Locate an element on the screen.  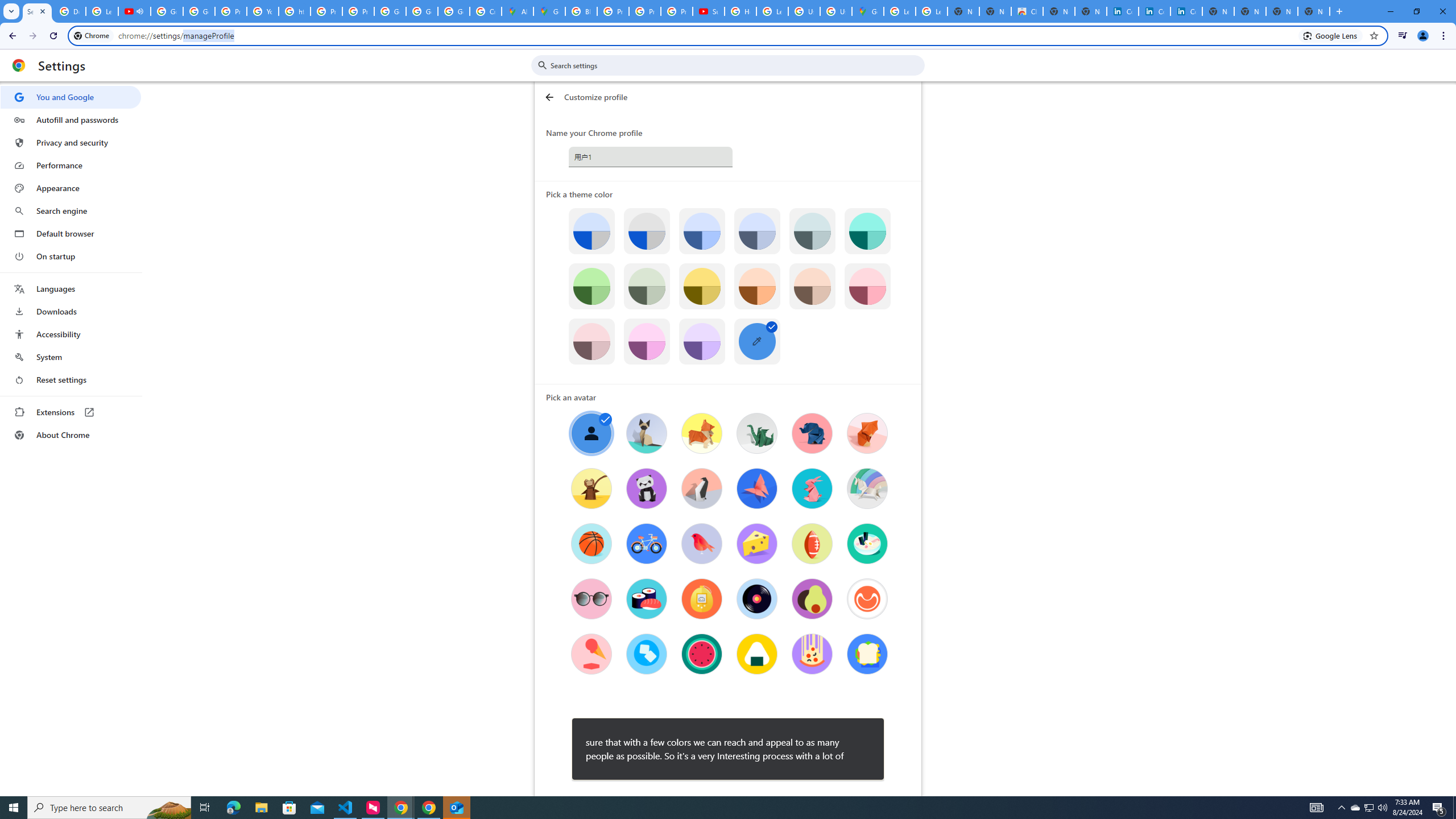
'Subscriptions - YouTube' is located at coordinates (708, 11).